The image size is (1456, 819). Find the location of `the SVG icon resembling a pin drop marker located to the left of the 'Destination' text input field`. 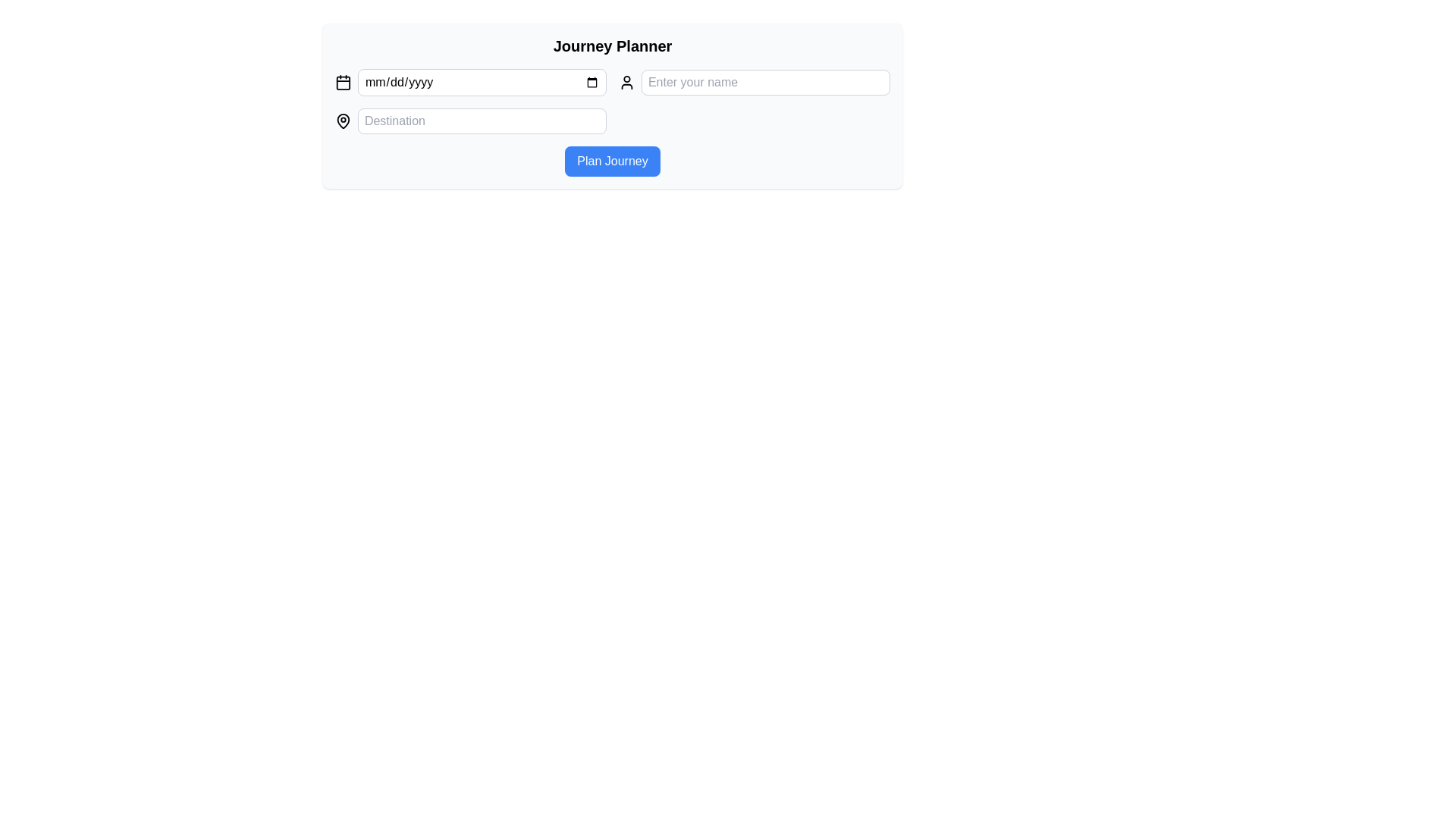

the SVG icon resembling a pin drop marker located to the left of the 'Destination' text input field is located at coordinates (342, 120).